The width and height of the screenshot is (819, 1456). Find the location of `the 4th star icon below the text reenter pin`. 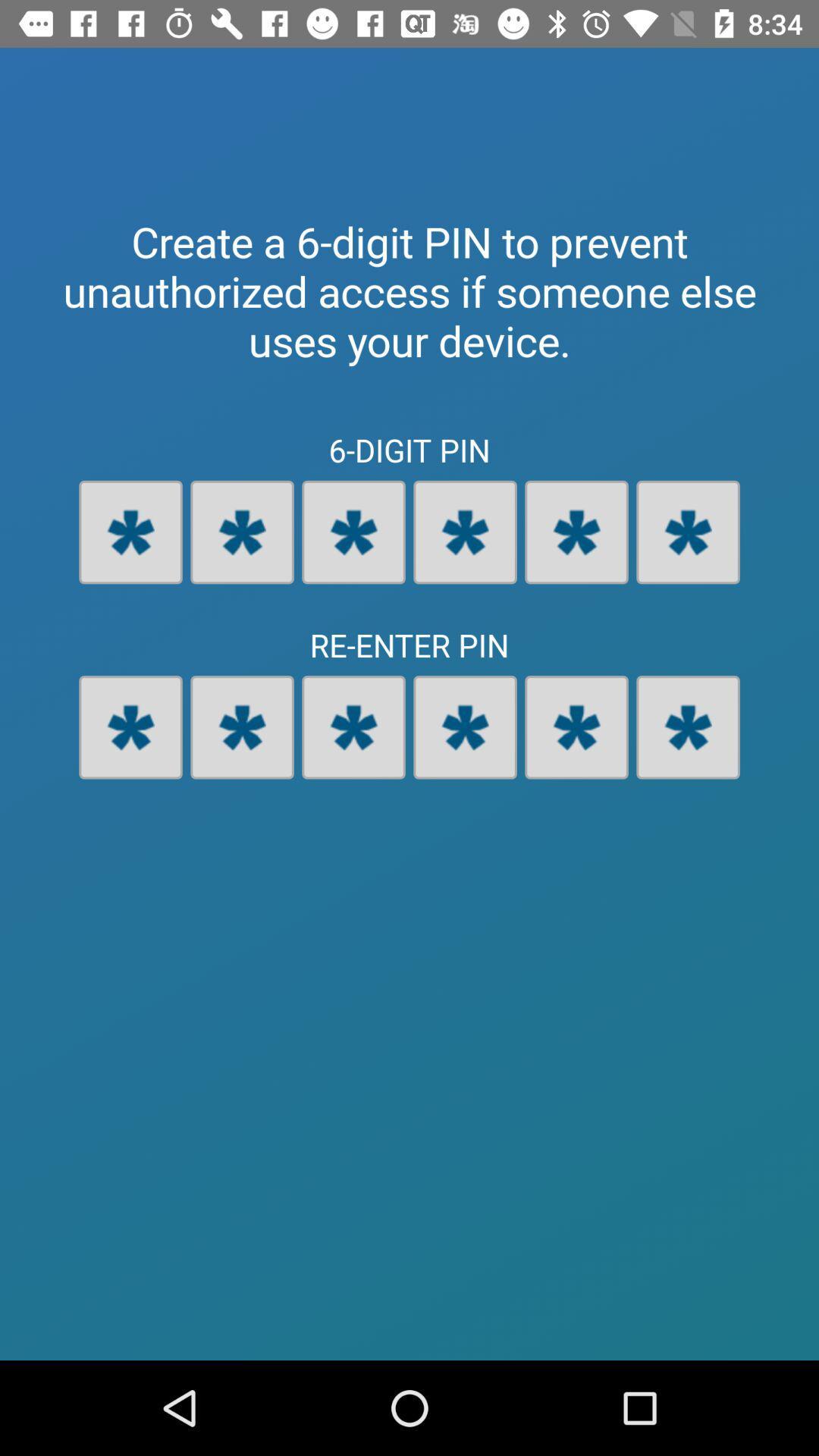

the 4th star icon below the text reenter pin is located at coordinates (464, 726).